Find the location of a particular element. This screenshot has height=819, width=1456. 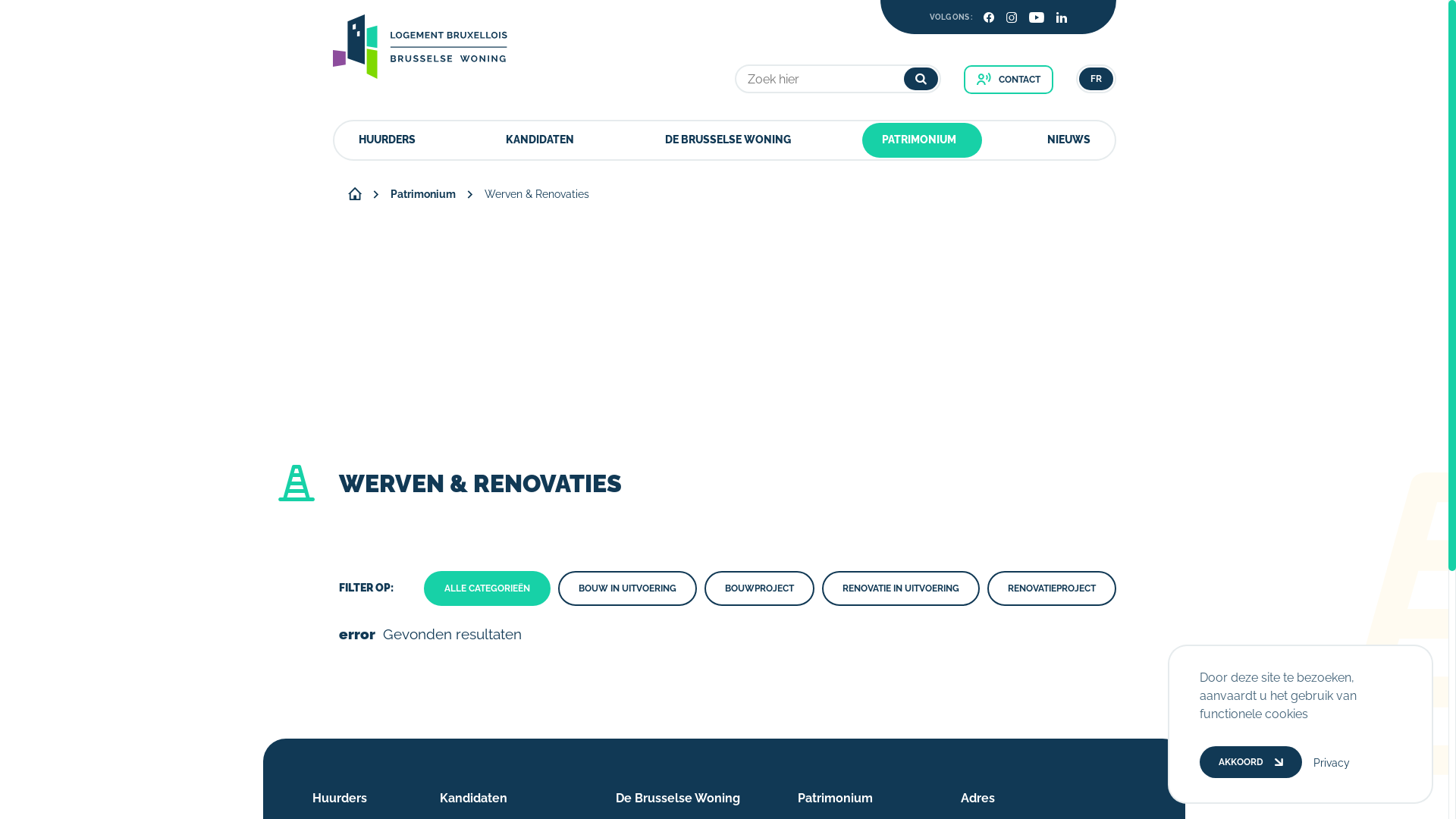

'AKKOORD' is located at coordinates (1250, 762).